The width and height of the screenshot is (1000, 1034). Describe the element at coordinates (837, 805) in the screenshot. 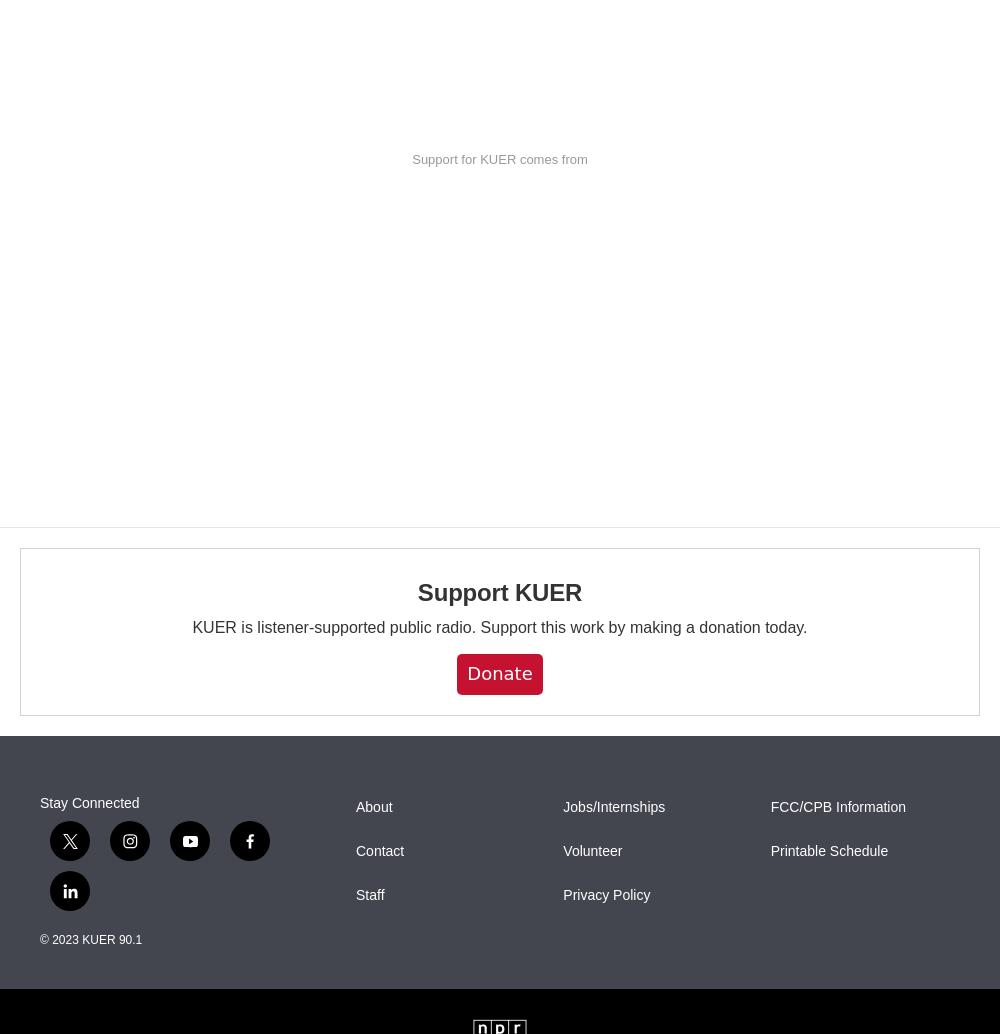

I see `'FCC/CPB Information'` at that location.